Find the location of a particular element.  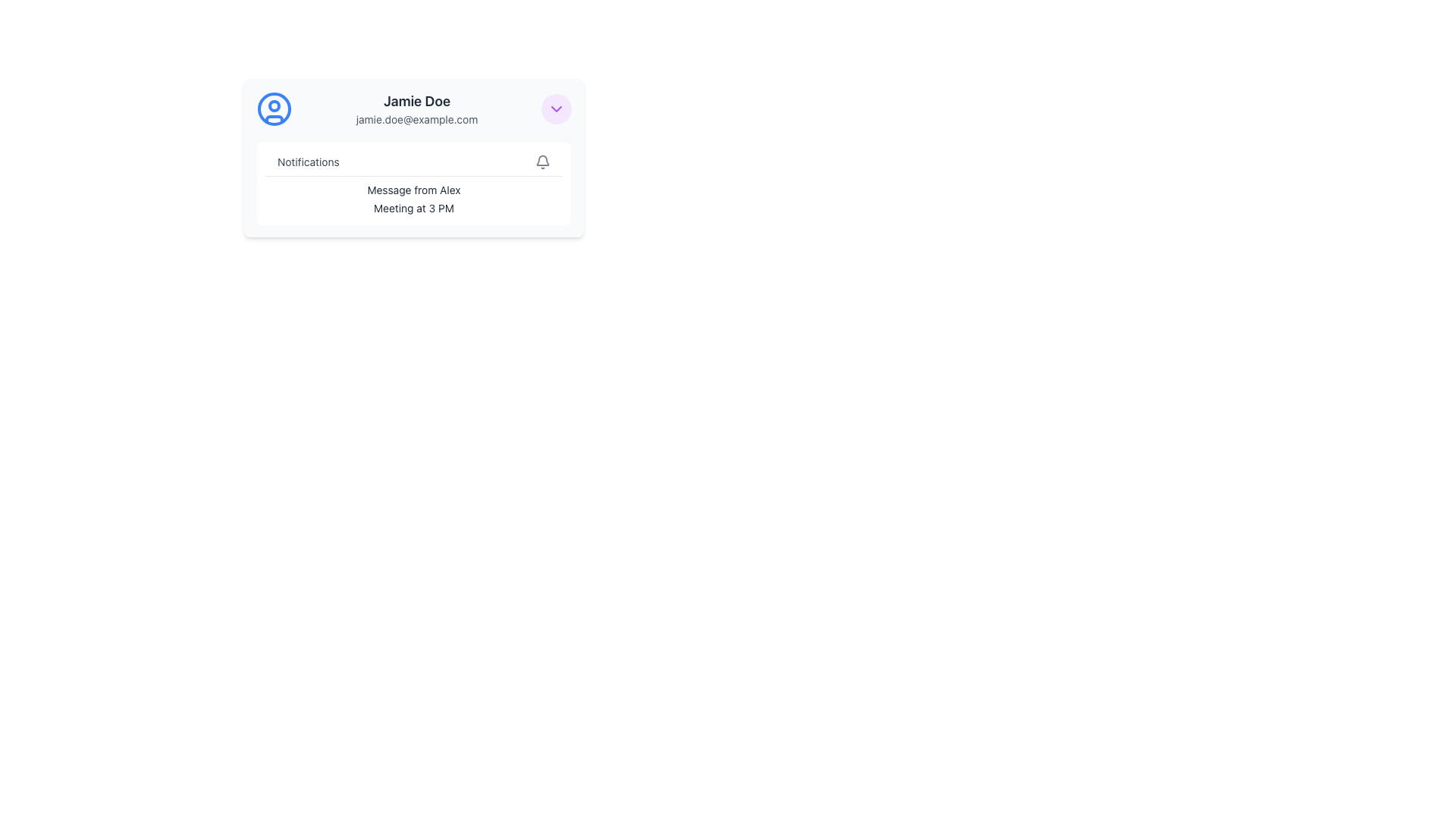

the text block displaying 'Message from Alex' and 'Meeting at 3 PM' is located at coordinates (414, 198).